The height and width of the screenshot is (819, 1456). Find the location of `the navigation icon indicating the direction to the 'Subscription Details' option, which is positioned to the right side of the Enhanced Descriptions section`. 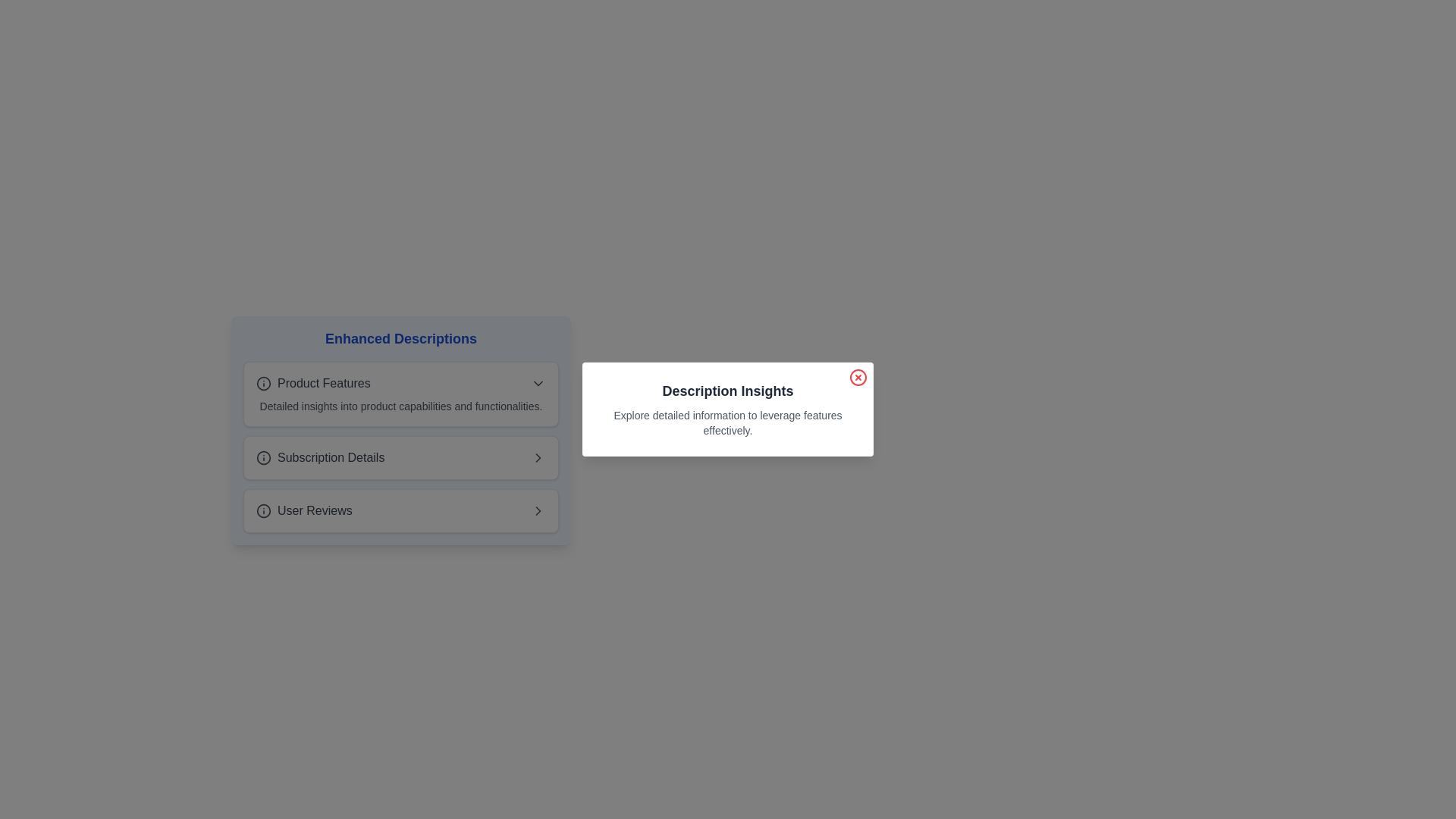

the navigation icon indicating the direction to the 'Subscription Details' option, which is positioned to the right side of the Enhanced Descriptions section is located at coordinates (538, 511).